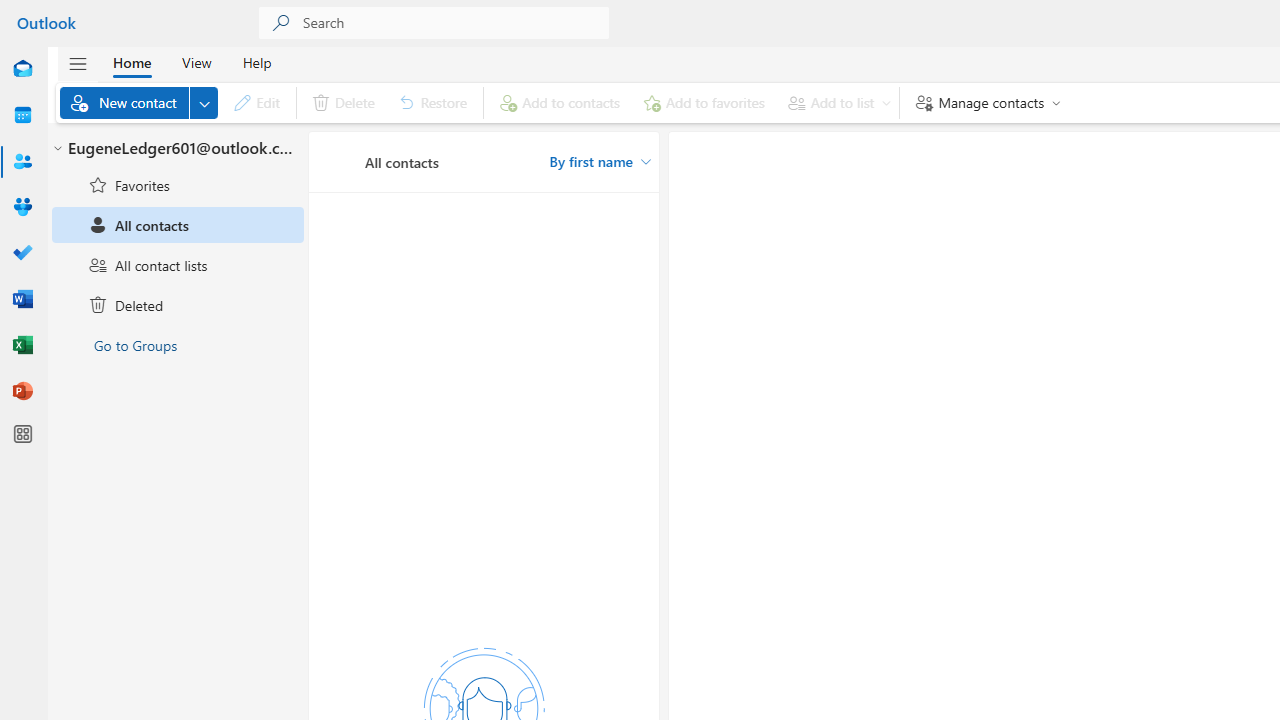 Image resolution: width=1280 pixels, height=720 pixels. Describe the element at coordinates (23, 253) in the screenshot. I see `'To Do'` at that location.